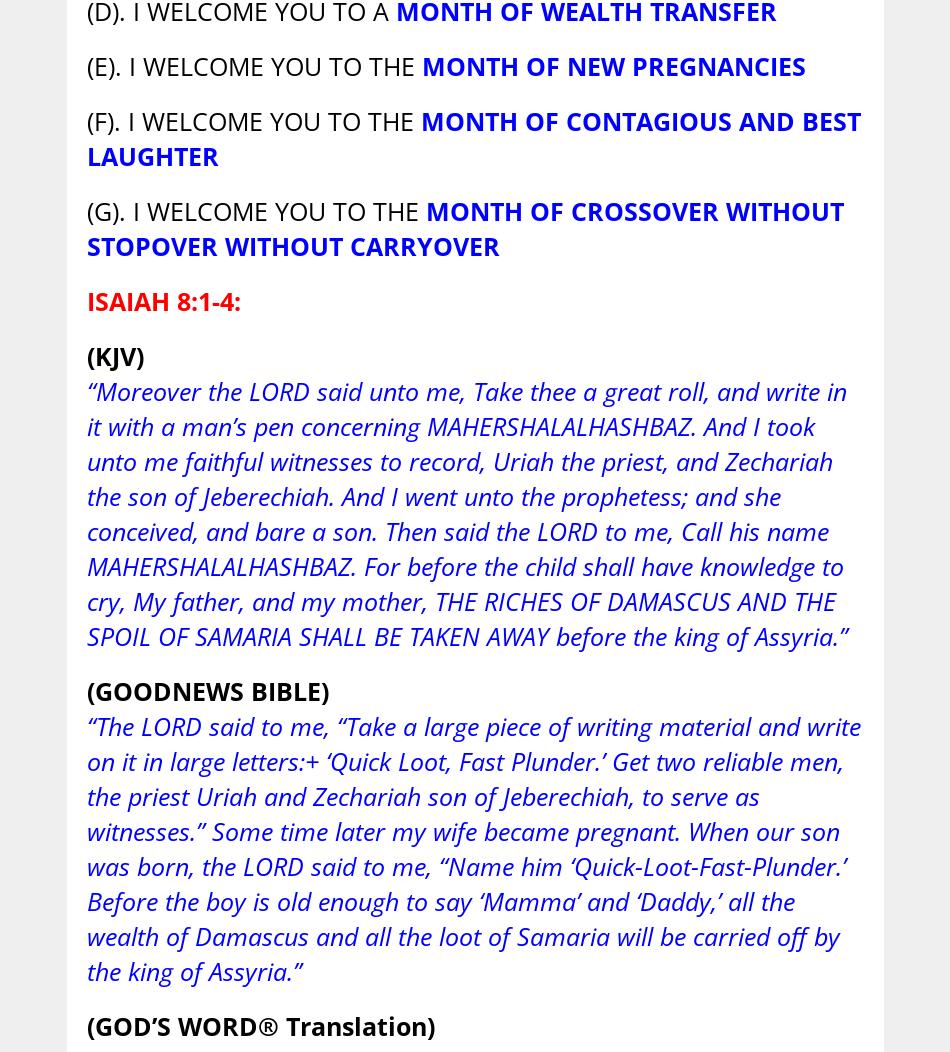  Describe the element at coordinates (472, 847) in the screenshot. I see `'“The LORD said to me, “Take a large piece of writing material and write on it in large letters:+ ‘Quick Loot, Fast Plunder.’ Get two reliable men, the priest Uriah and Zechariah son of Jeberechiah, to serve as witnesses.” Some time later my wife became pregnant. When our son was born, the LORD said to me, “Name him ‘Quick-Loot-Fast-Plunder.’ Before the boy is old enough to say ‘Mamma’ and ‘Daddy,’ all the wealth of Damascus and all the loot of Samaria will be carried off by the king of Assyria.”'` at that location.